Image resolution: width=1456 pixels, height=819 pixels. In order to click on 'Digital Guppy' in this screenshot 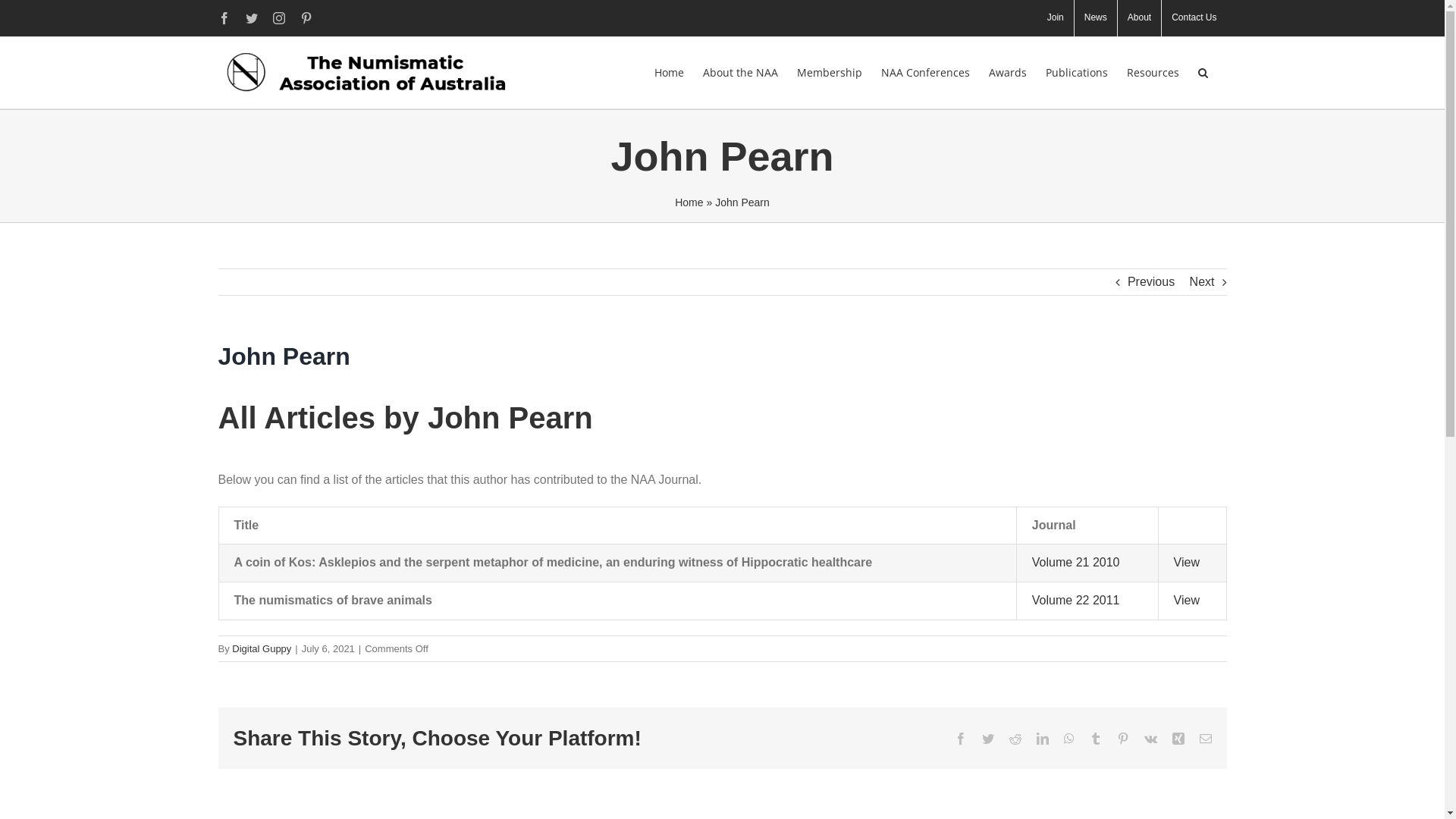, I will do `click(231, 648)`.